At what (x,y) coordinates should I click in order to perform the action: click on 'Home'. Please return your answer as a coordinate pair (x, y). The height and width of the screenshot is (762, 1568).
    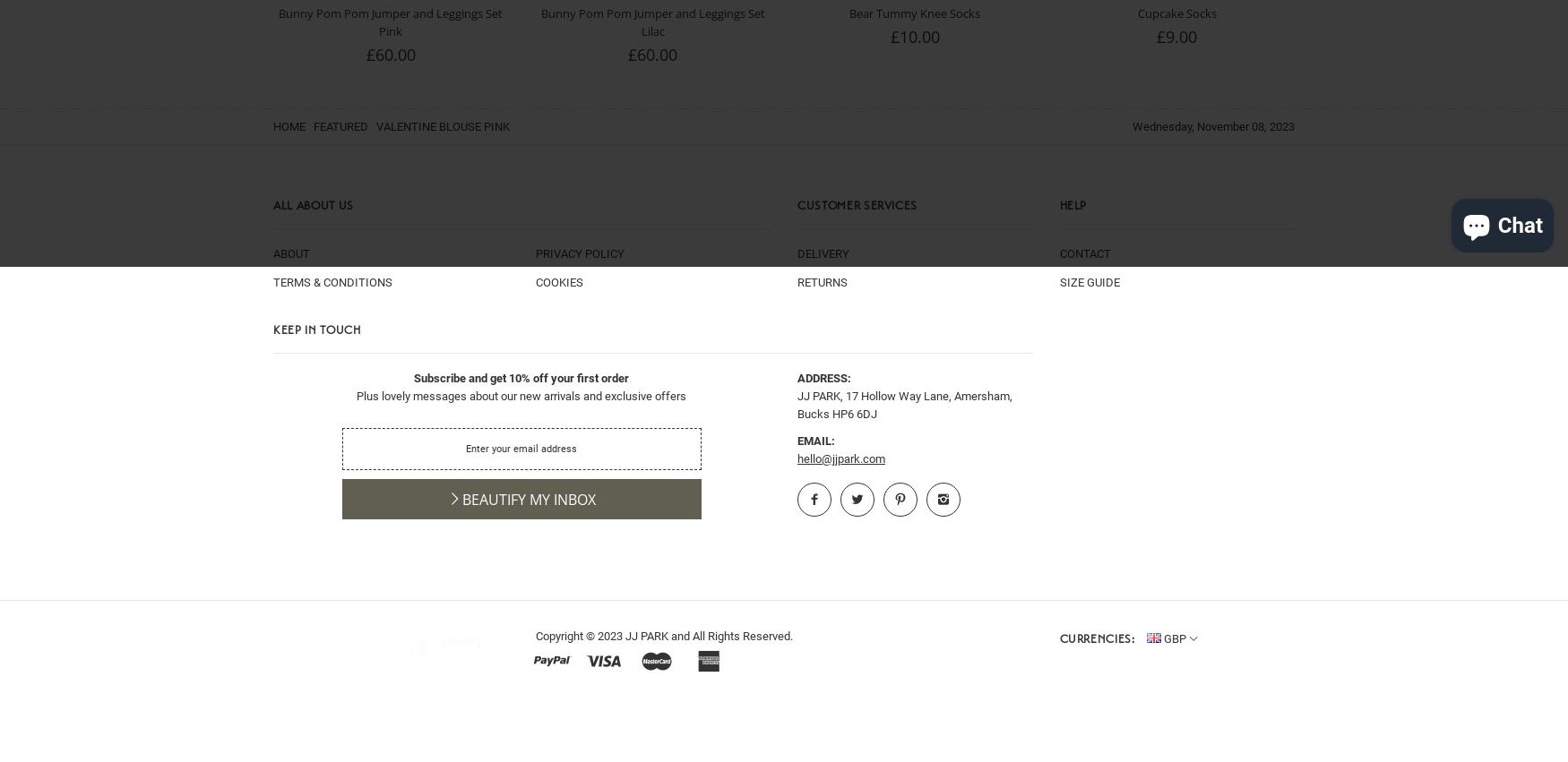
    Looking at the image, I should click on (290, 126).